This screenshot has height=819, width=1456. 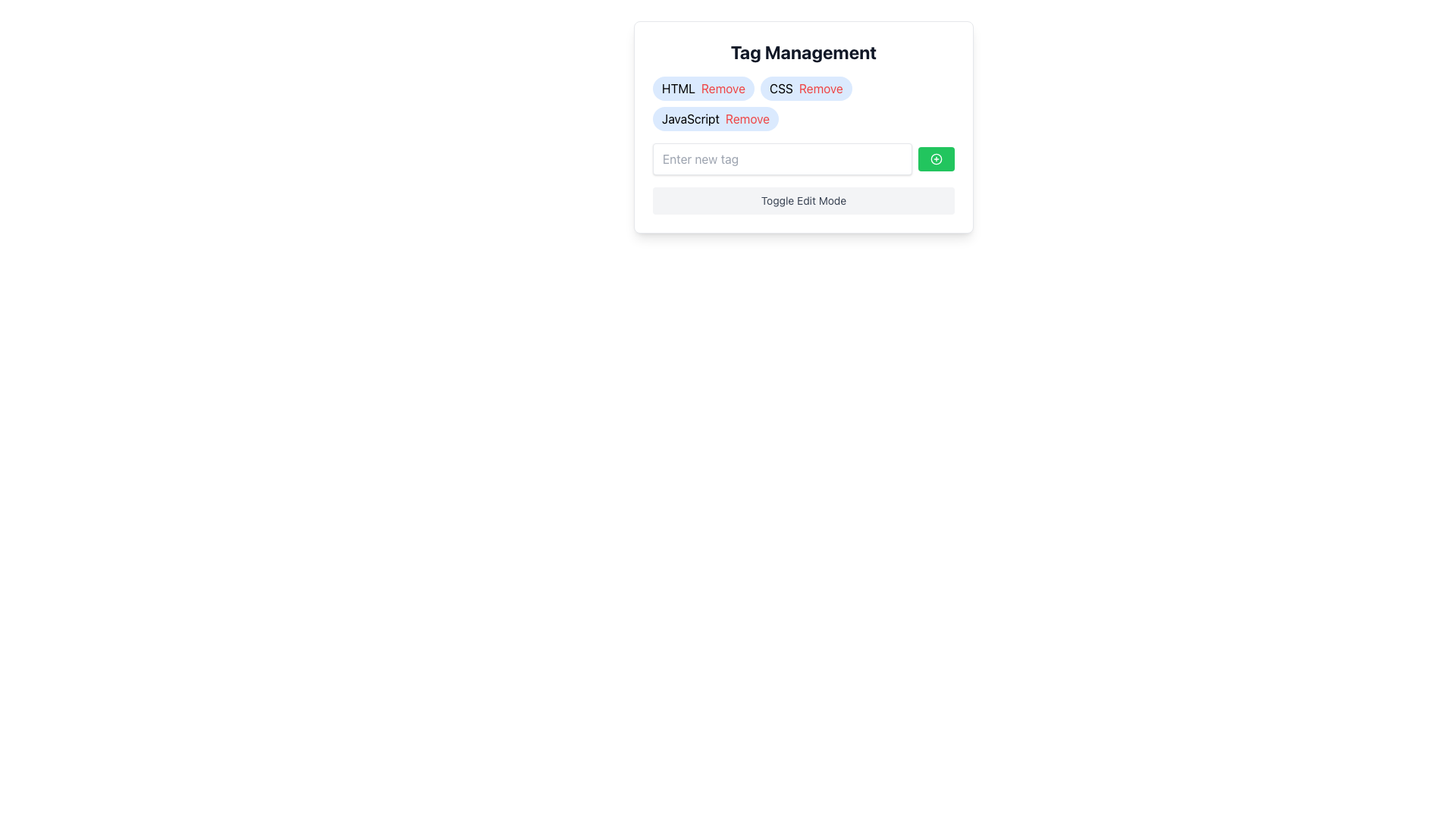 I want to click on the 'Remove' link associated with the tag list of programming languages displayed as rounded, blue-shaded pills, so click(x=803, y=103).